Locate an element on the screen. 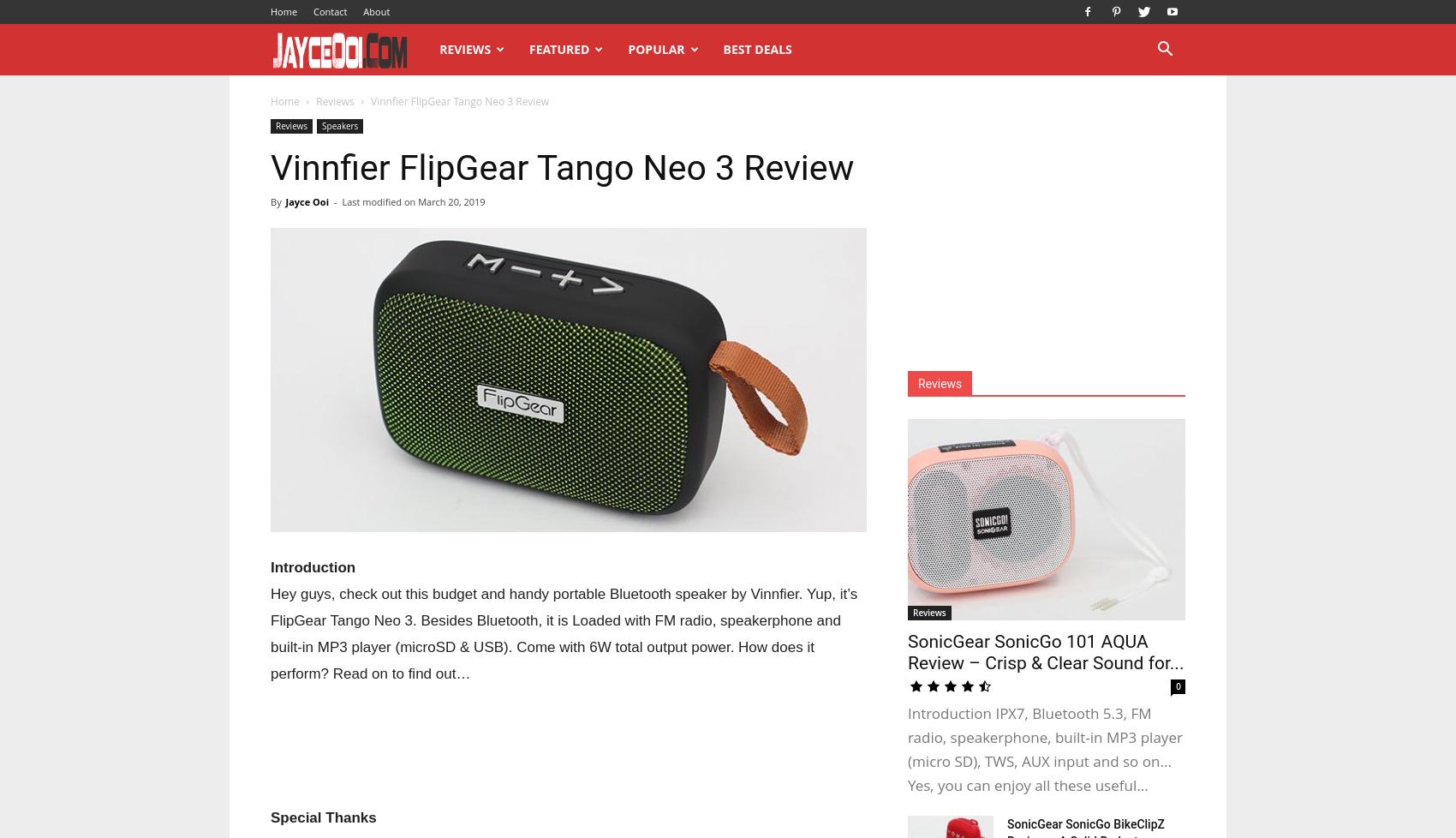 Image resolution: width=1456 pixels, height=838 pixels. 'Introduction
IPX7, Bluetooth 5.3, FM radio, speakerphone, built-in MP3 player (micro SD), TWS, AUX input and so on... Yes, you can enjoy all these useful...' is located at coordinates (1043, 748).